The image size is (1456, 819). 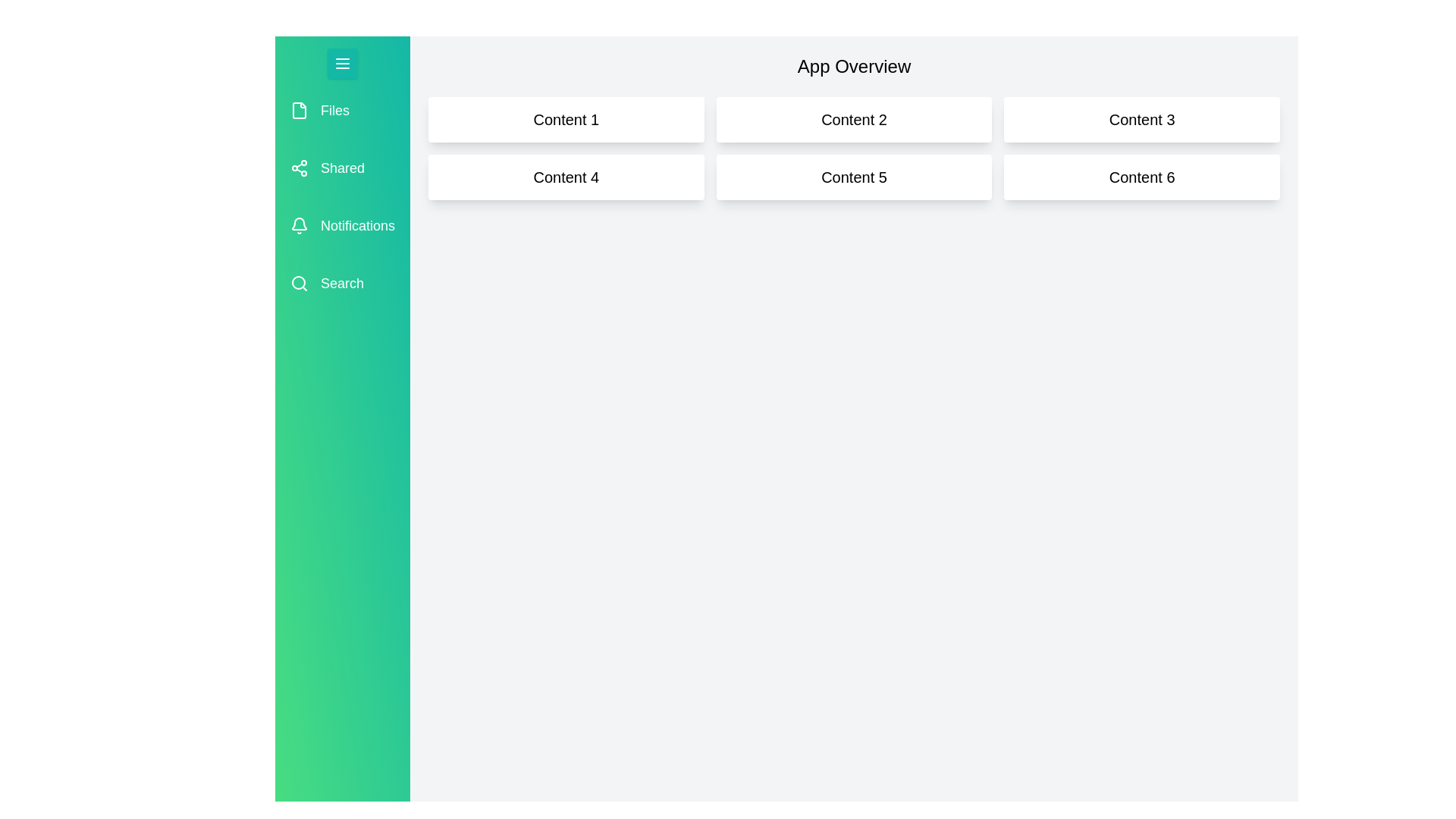 I want to click on the navigation item Shared from the drawer, so click(x=341, y=168).